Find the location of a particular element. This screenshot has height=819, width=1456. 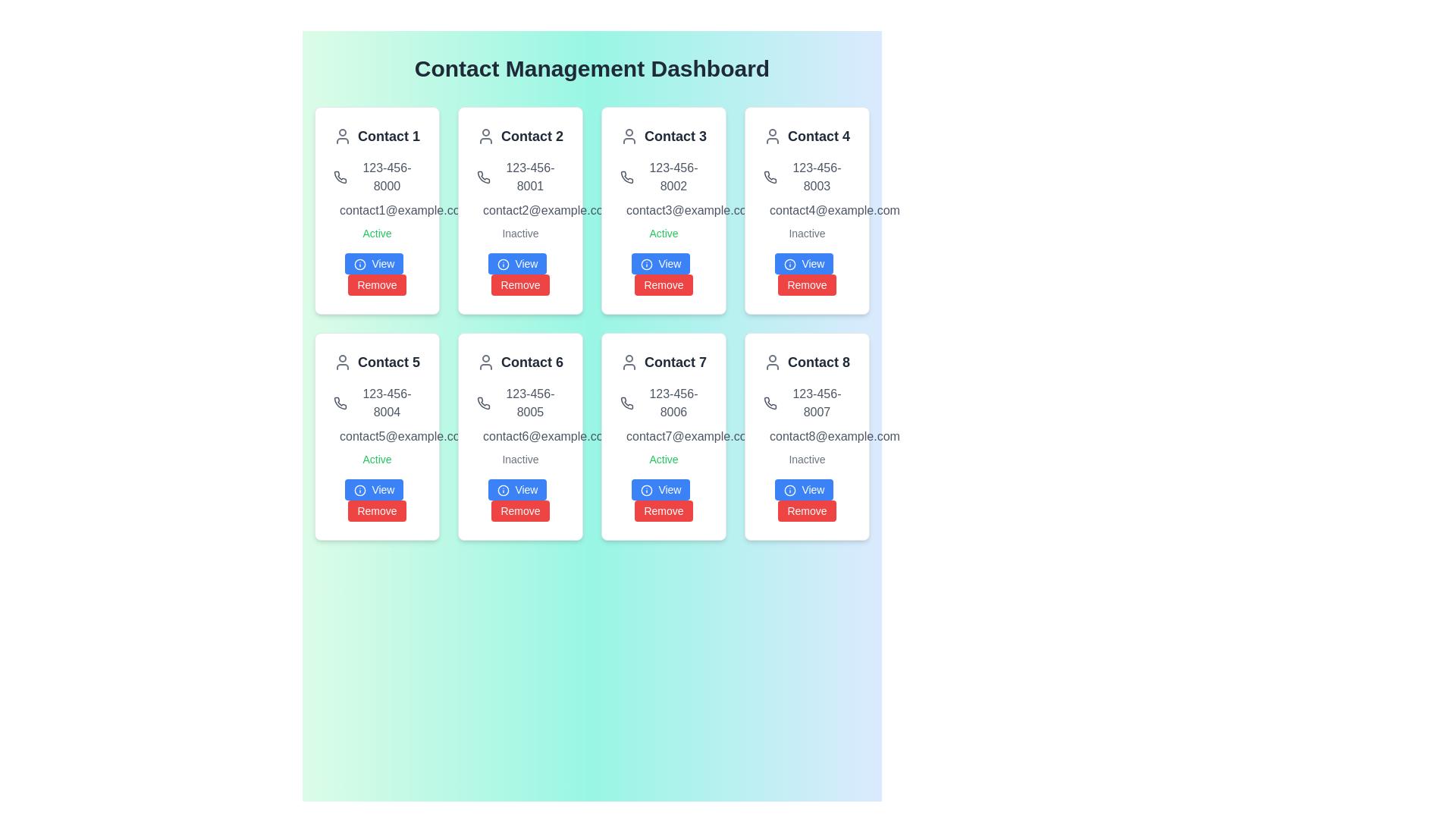

the telephone icon located in the second contact card of the top row in the grid layout, which indicates the presence of a phone number field is located at coordinates (483, 177).